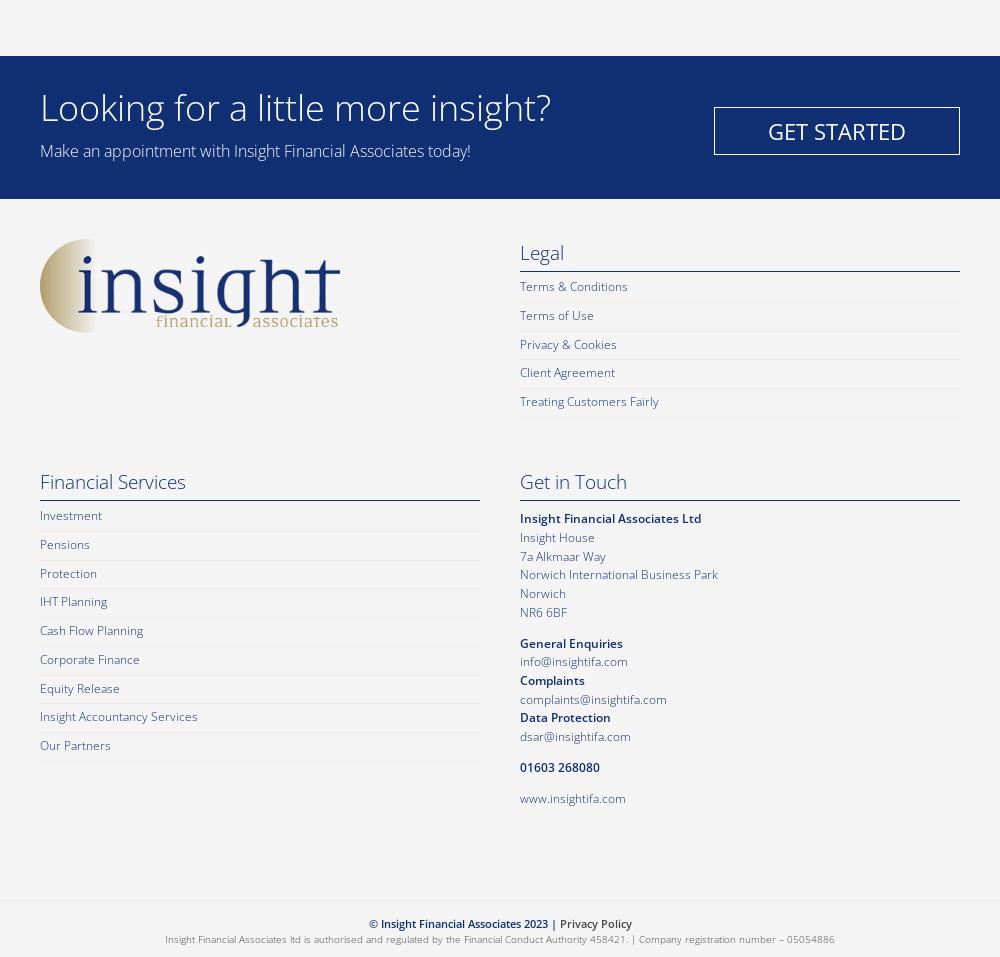 Image resolution: width=1000 pixels, height=957 pixels. Describe the element at coordinates (574, 736) in the screenshot. I see `'dsar@insightifa.com'` at that location.